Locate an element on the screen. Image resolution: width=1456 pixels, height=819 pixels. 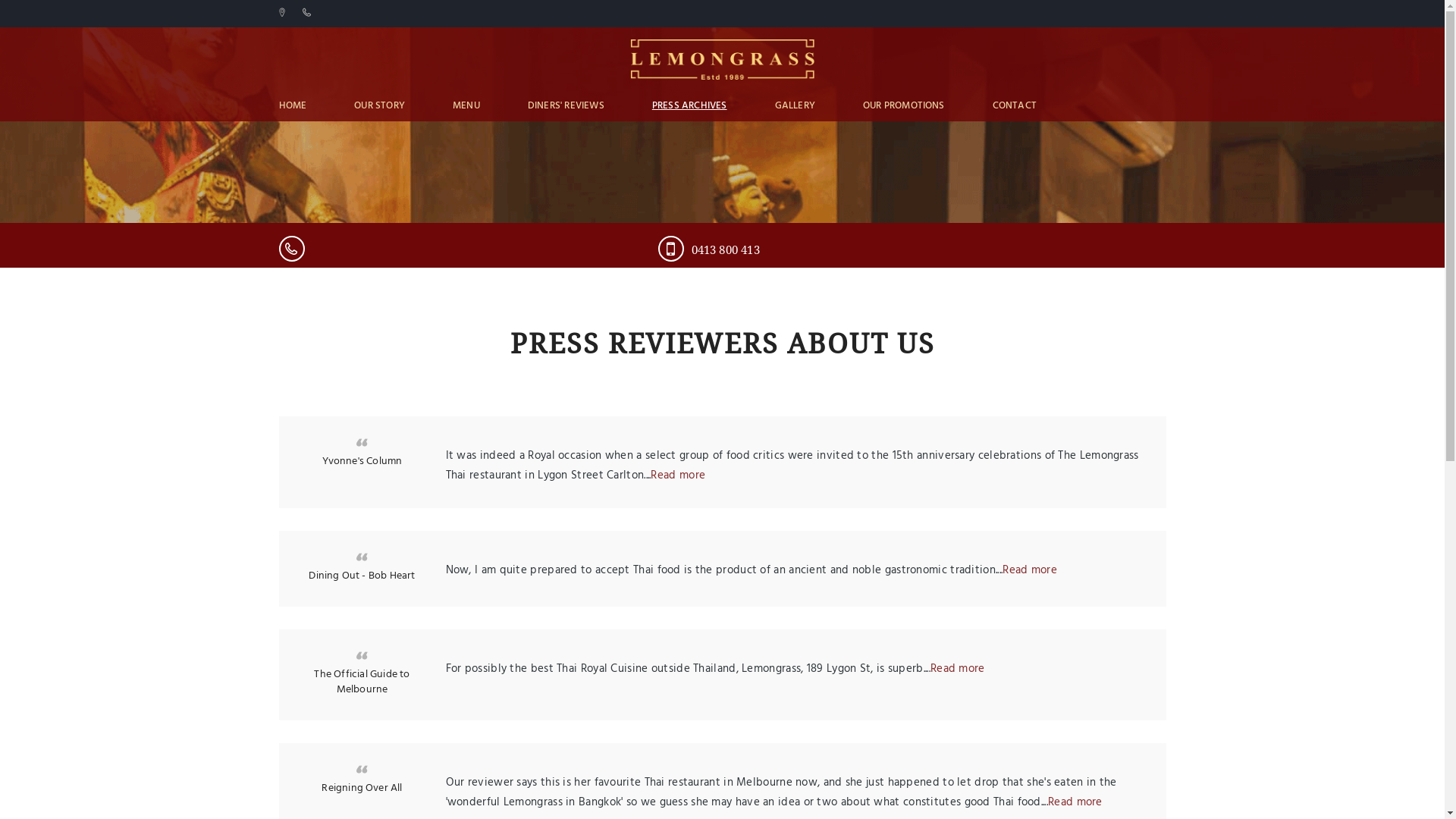
'Read more' is located at coordinates (676, 475).